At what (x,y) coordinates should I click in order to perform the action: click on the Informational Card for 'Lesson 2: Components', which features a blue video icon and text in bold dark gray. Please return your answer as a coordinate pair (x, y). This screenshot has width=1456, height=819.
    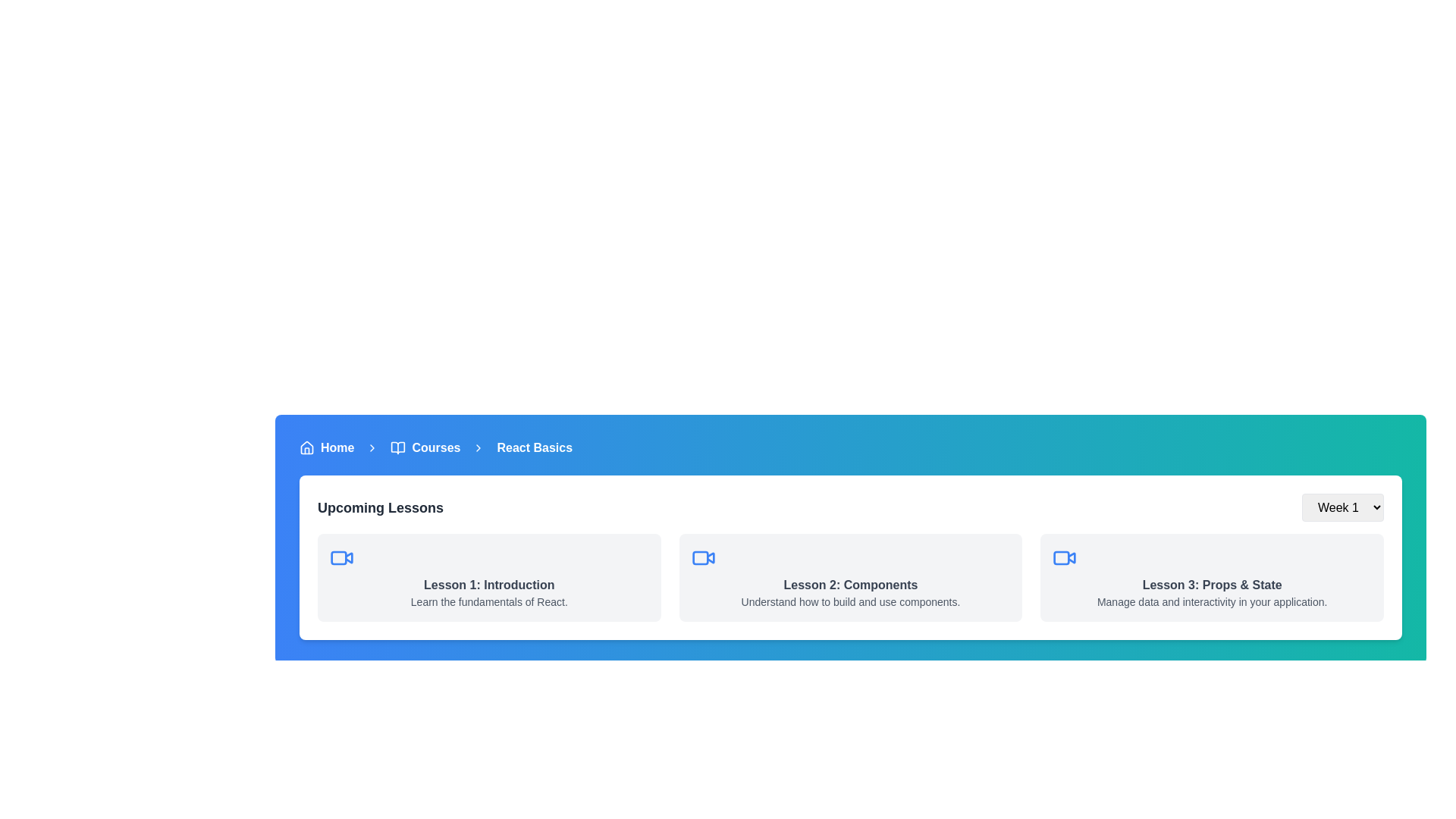
    Looking at the image, I should click on (851, 578).